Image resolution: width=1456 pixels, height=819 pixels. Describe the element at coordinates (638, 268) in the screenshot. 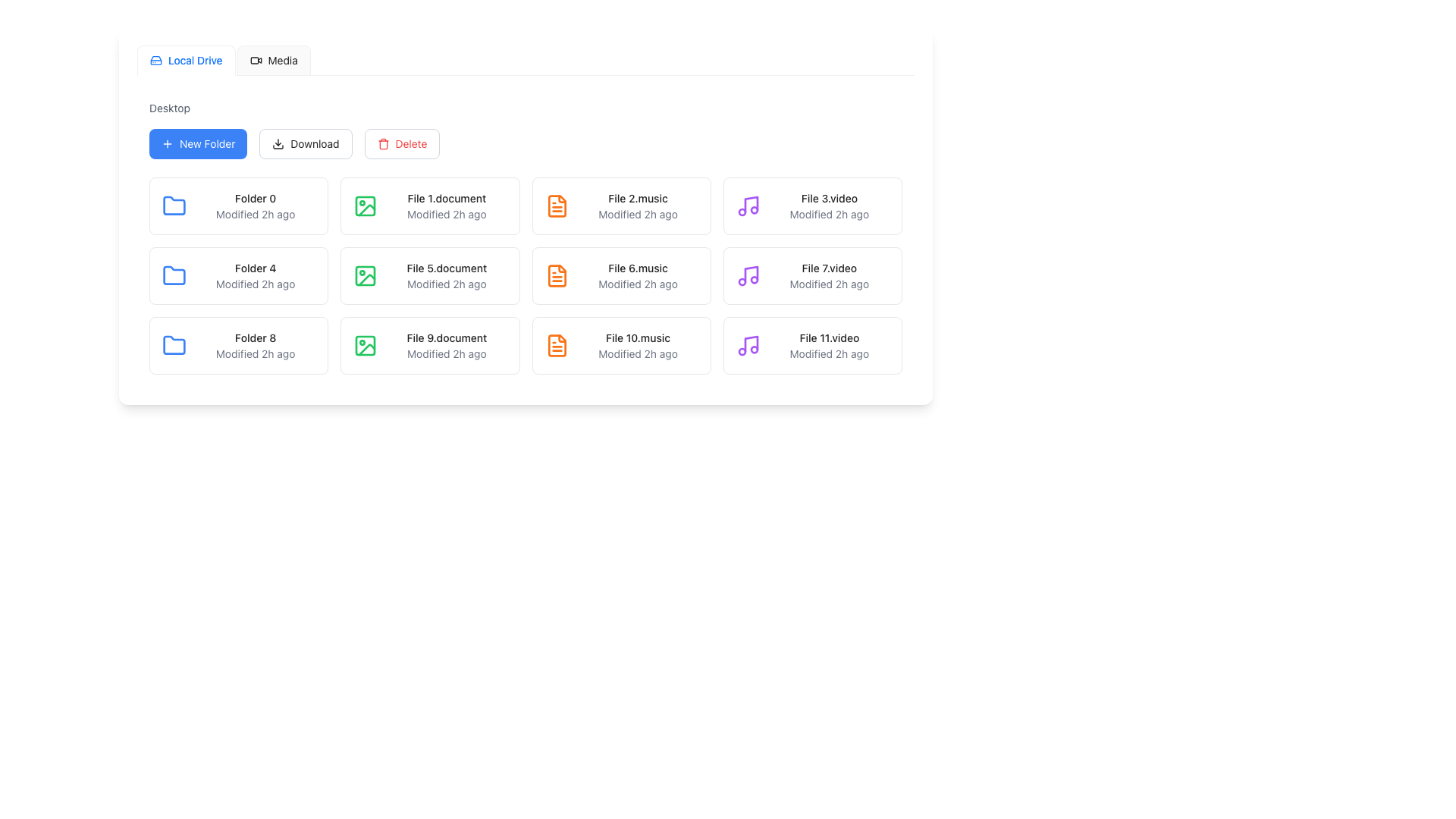

I see `the text label that identifies a file, located in the second row and third column of the grid layout, above the 'Modified 2h ago' label` at that location.